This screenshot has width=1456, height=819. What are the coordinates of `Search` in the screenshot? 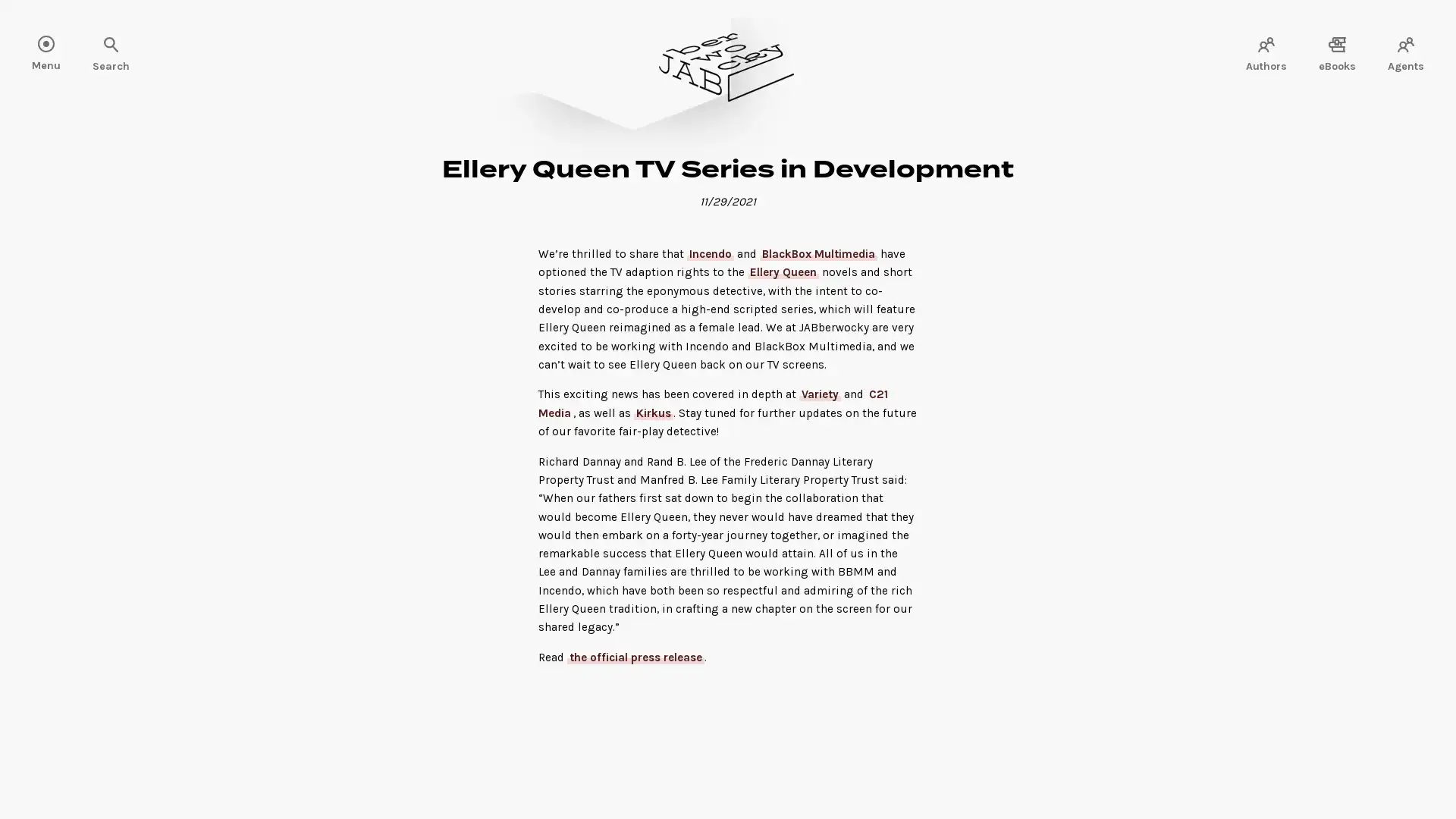 It's located at (61, 45).